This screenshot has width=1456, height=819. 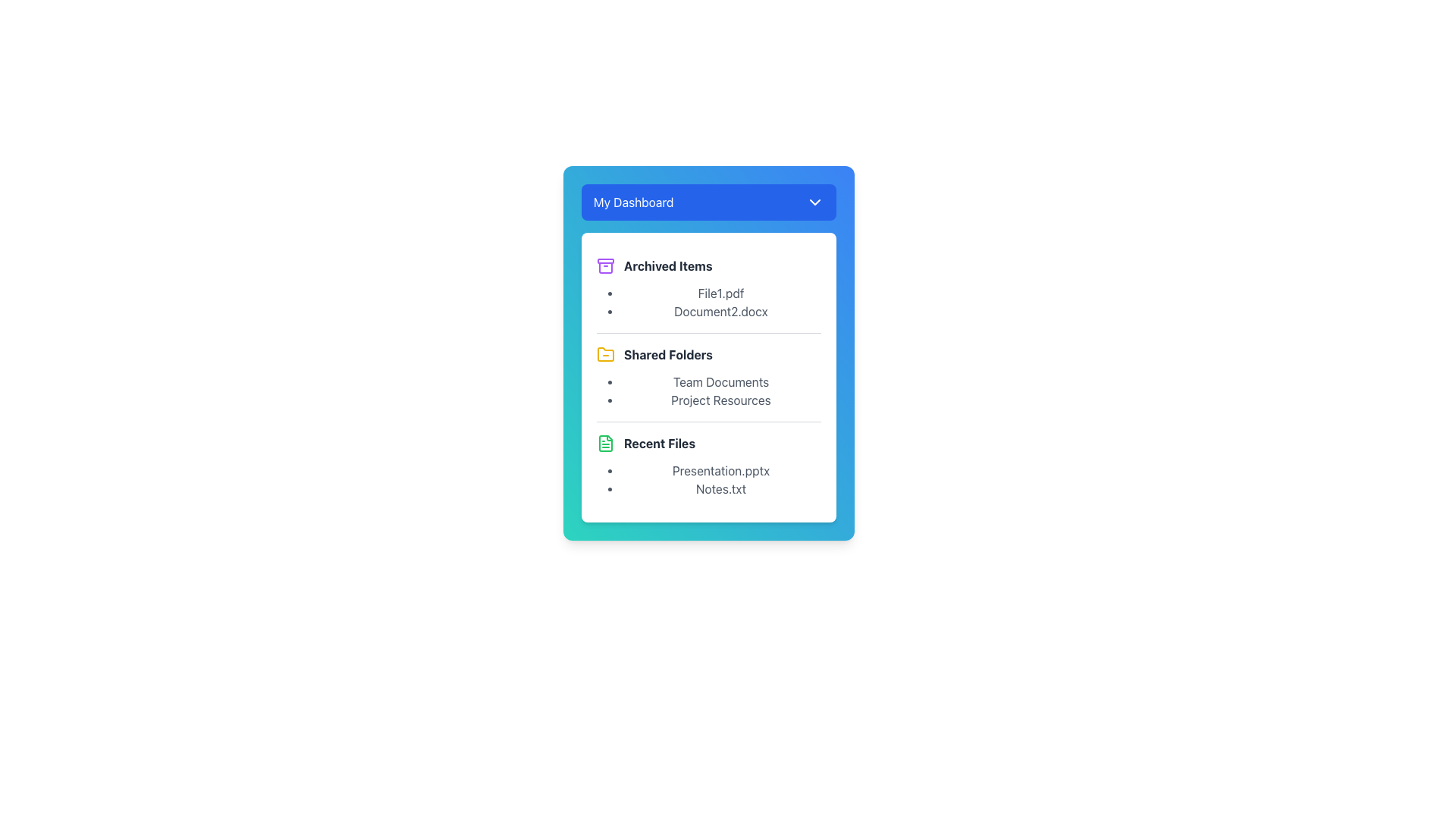 I want to click on the text label 'Archived Items' located in the 'My Dashboard' card, which is identified by a purple archive icon at the top of the card's main content area, so click(x=667, y=265).